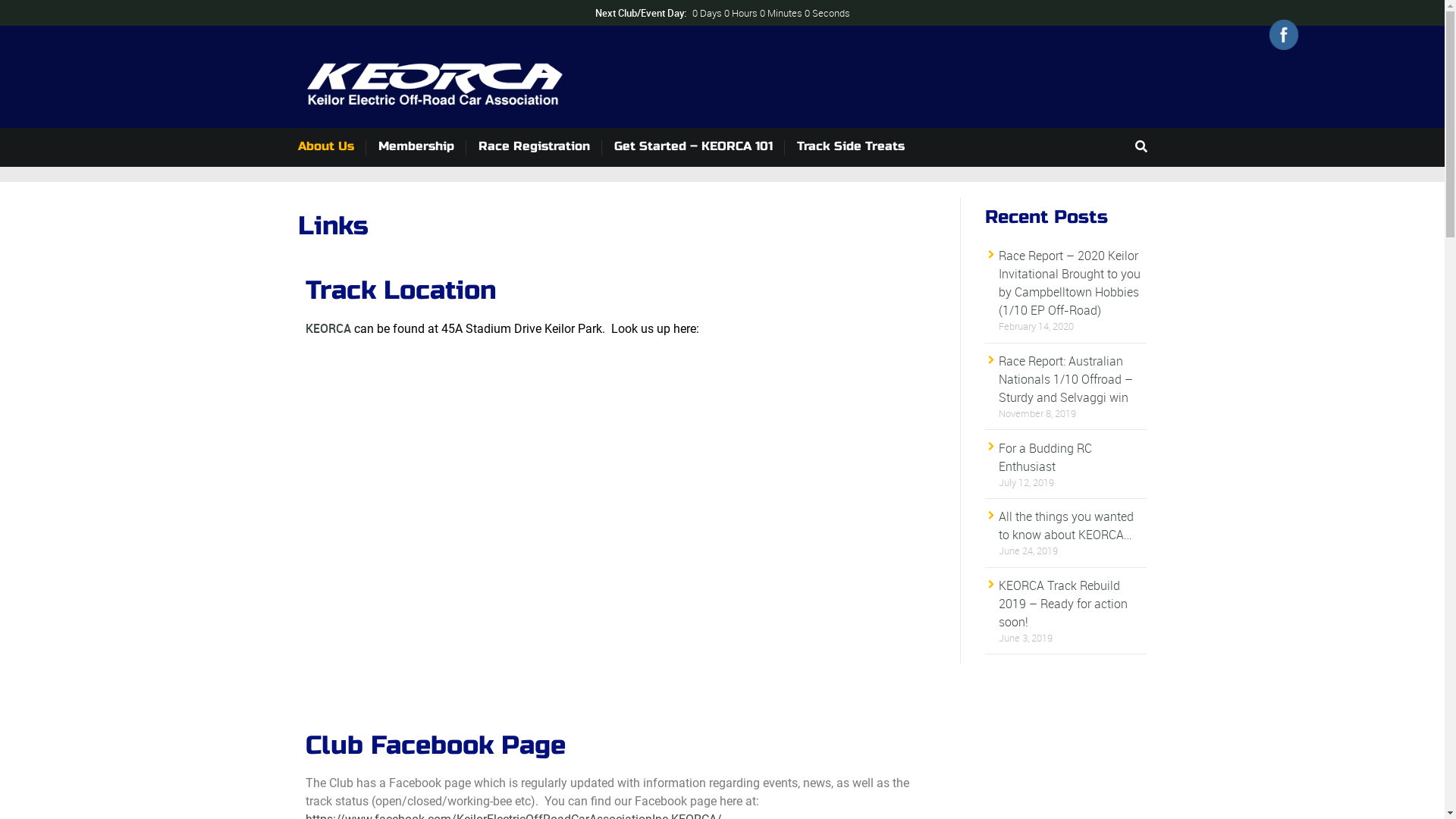 This screenshot has width=1456, height=819. Describe the element at coordinates (855, 147) in the screenshot. I see `'Track Side Treats'` at that location.